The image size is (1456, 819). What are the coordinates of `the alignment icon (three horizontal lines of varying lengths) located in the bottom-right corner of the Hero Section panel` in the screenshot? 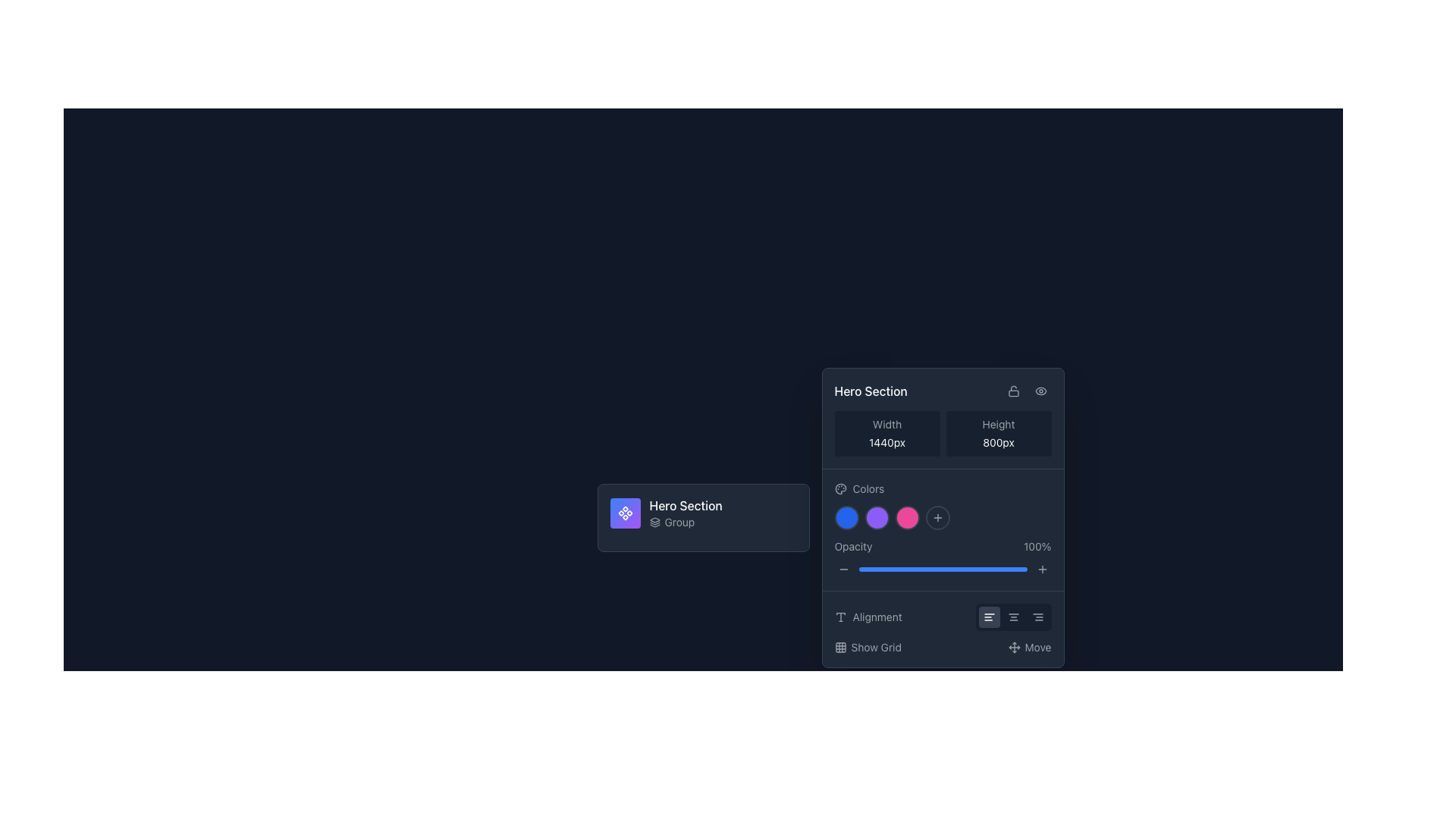 It's located at (1037, 617).